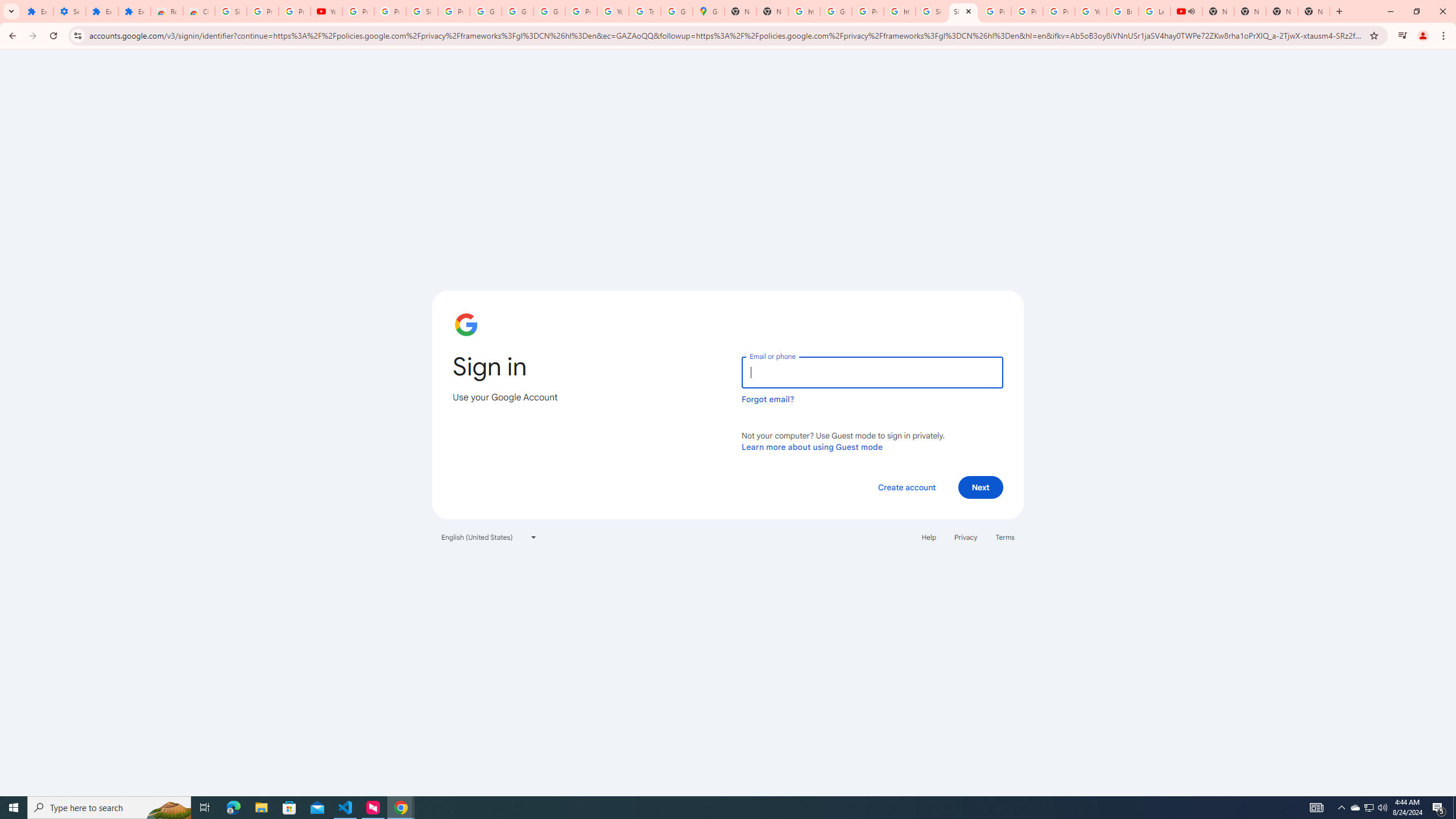  What do you see at coordinates (871, 372) in the screenshot?
I see `'Email or phone'` at bounding box center [871, 372].